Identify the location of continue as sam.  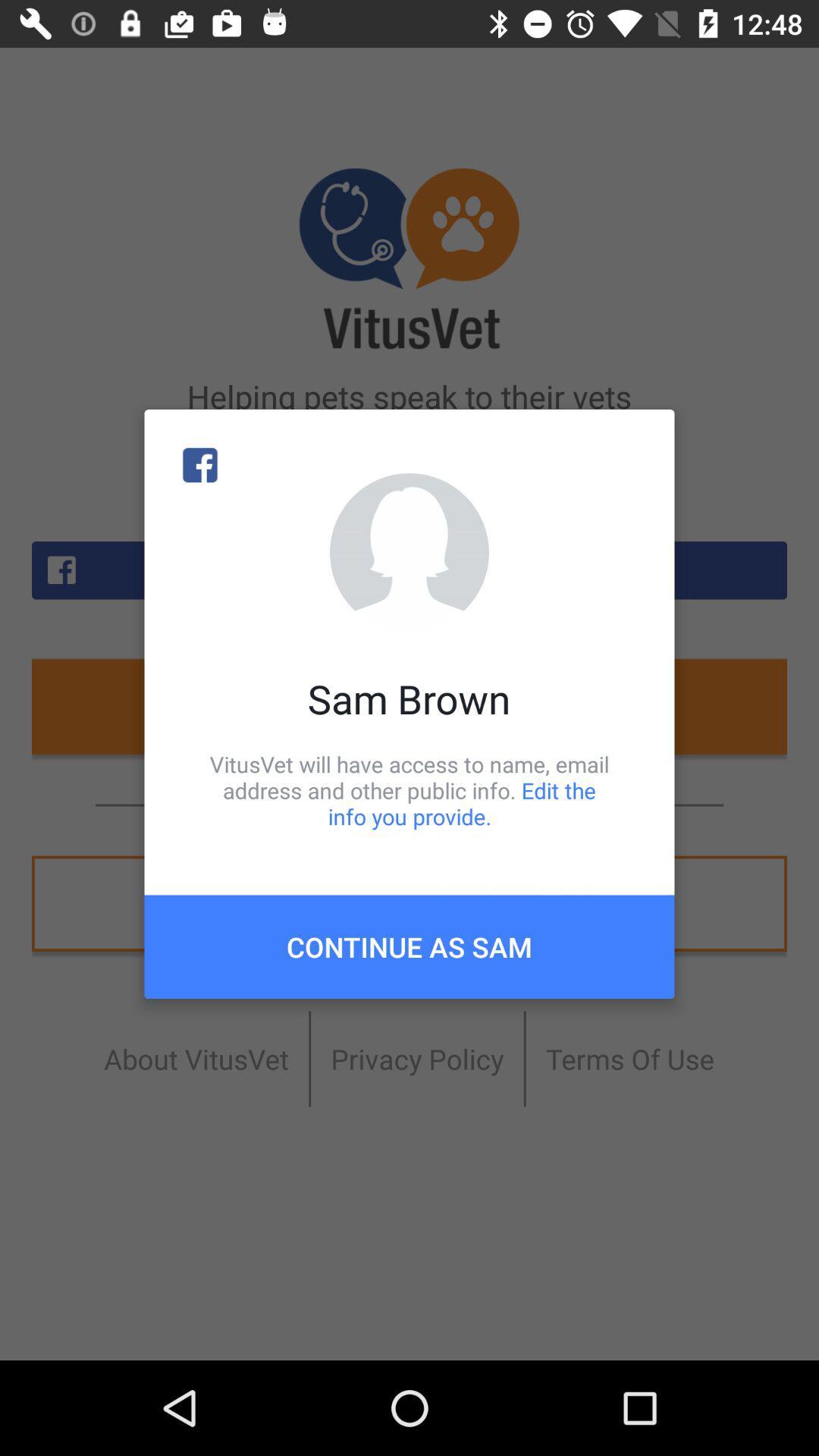
(409, 946).